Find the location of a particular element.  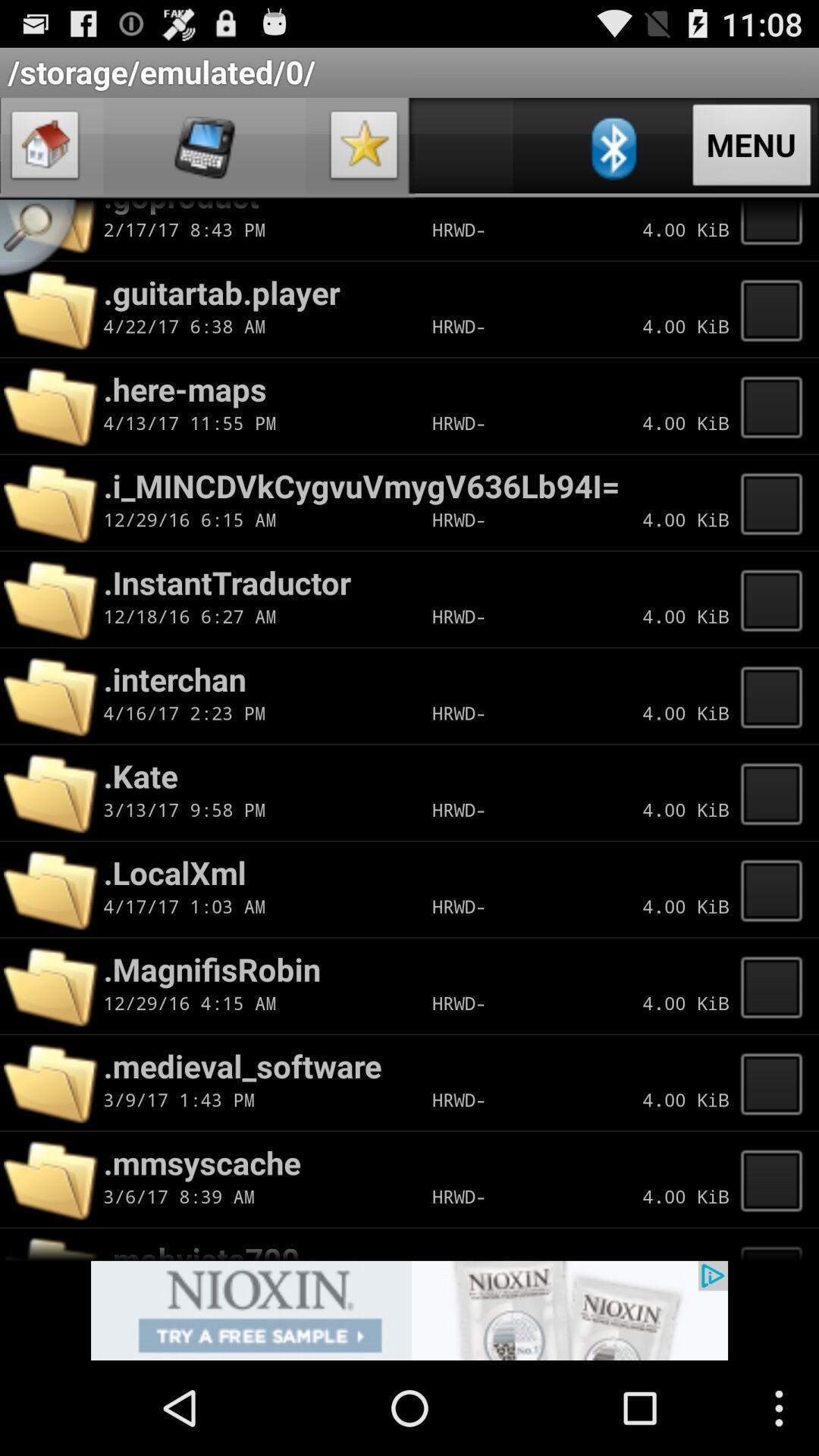

star symbol is located at coordinates (364, 149).